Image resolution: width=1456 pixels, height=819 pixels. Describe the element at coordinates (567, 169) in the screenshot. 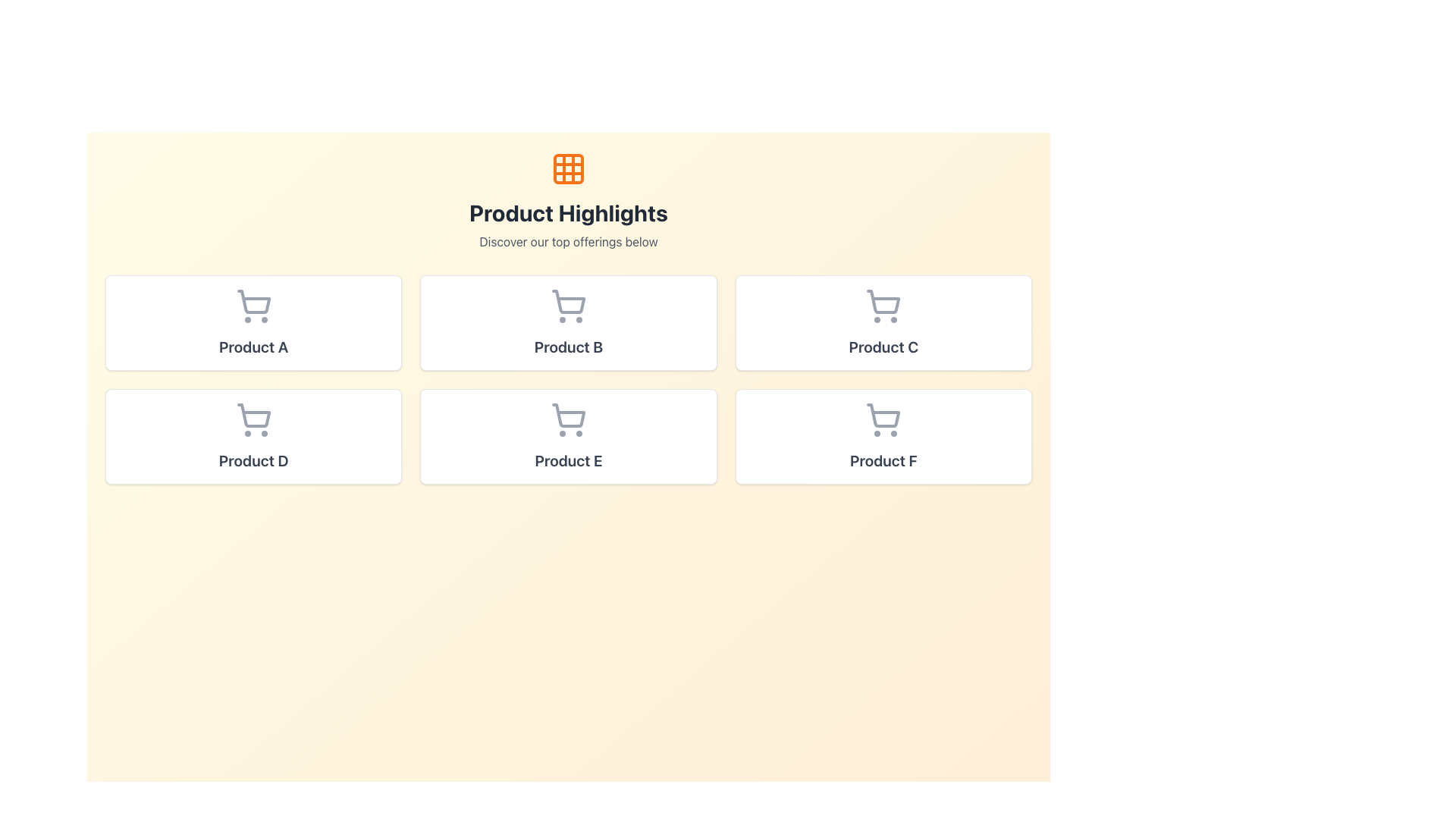

I see `the orange square icon located at the center of the 3x3 grid layout` at that location.